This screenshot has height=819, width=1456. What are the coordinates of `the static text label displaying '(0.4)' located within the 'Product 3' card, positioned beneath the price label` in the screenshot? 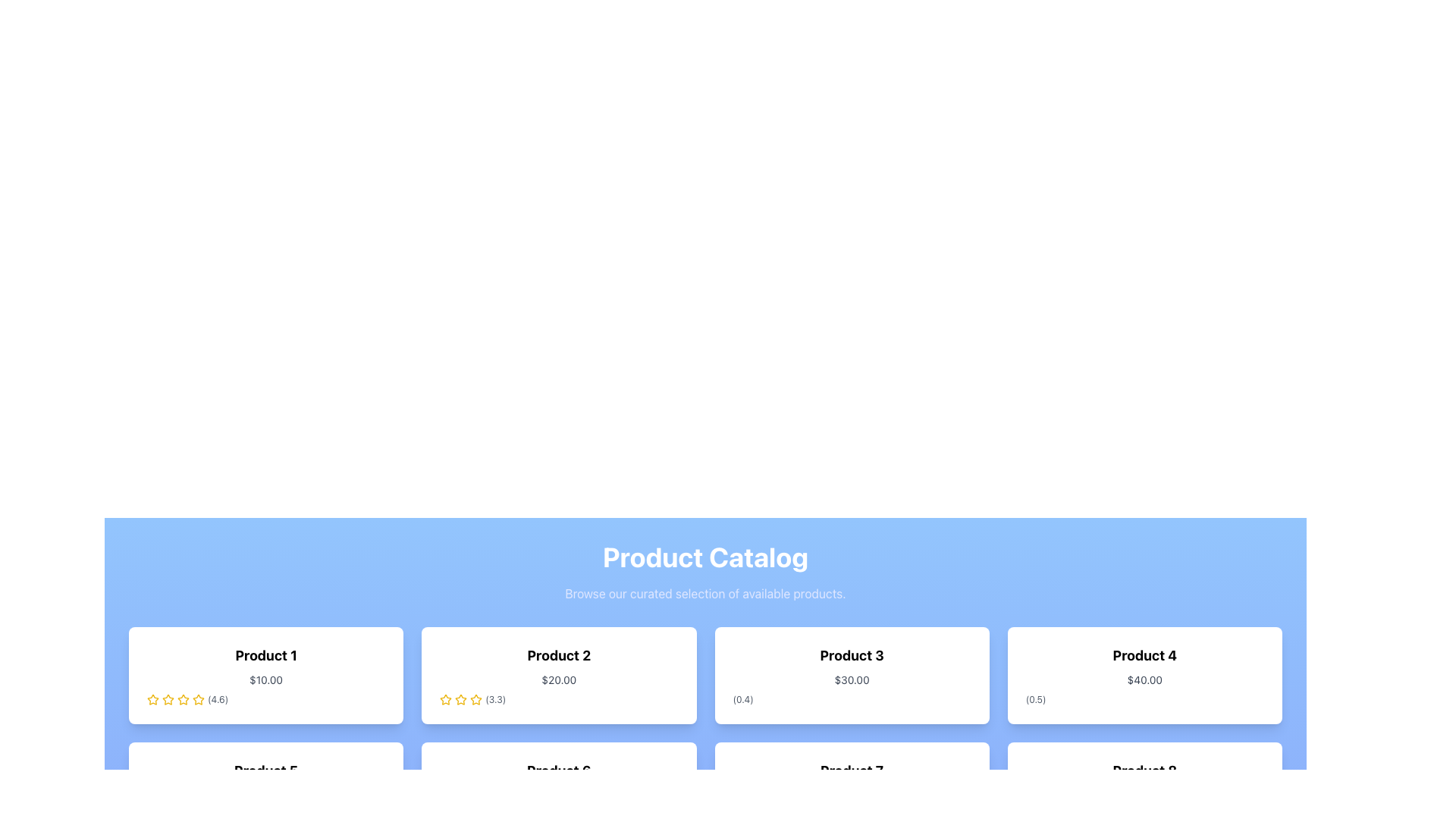 It's located at (743, 699).